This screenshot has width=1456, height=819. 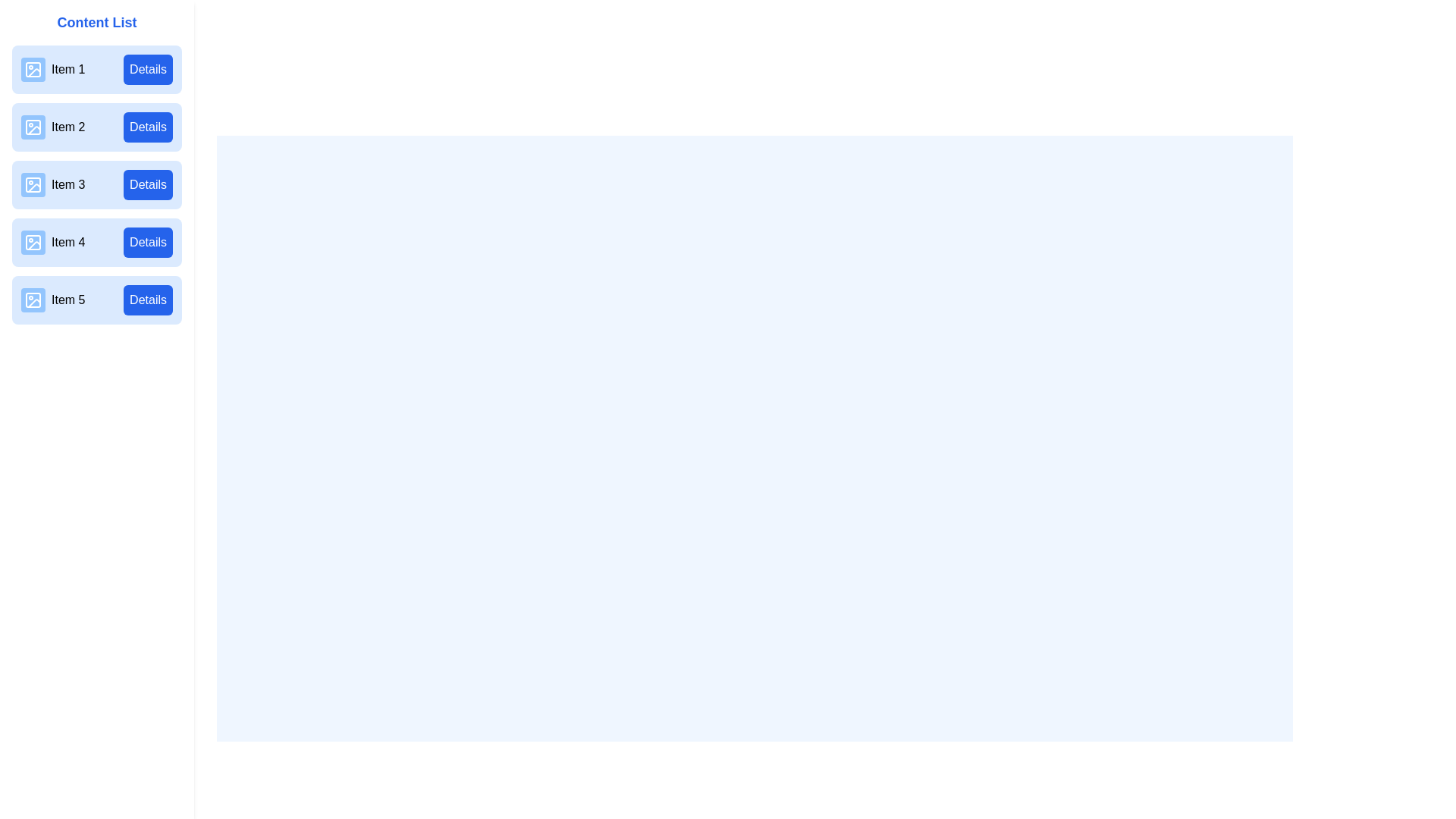 I want to click on the 'Details' button aligned to the right side of 'Item 2' in the second row of the vertically stacked list, so click(x=148, y=127).